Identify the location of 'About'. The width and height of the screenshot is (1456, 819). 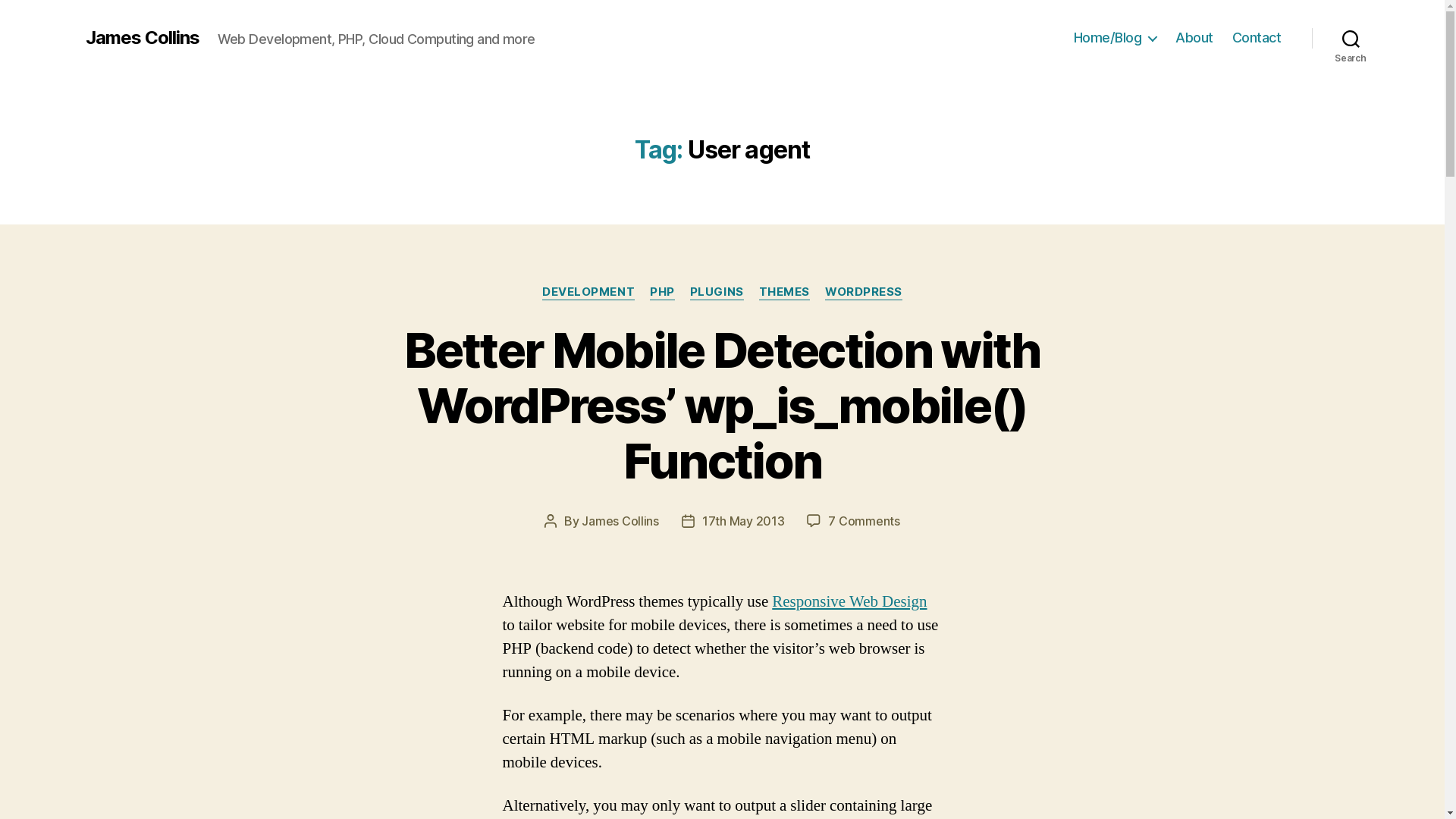
(1193, 37).